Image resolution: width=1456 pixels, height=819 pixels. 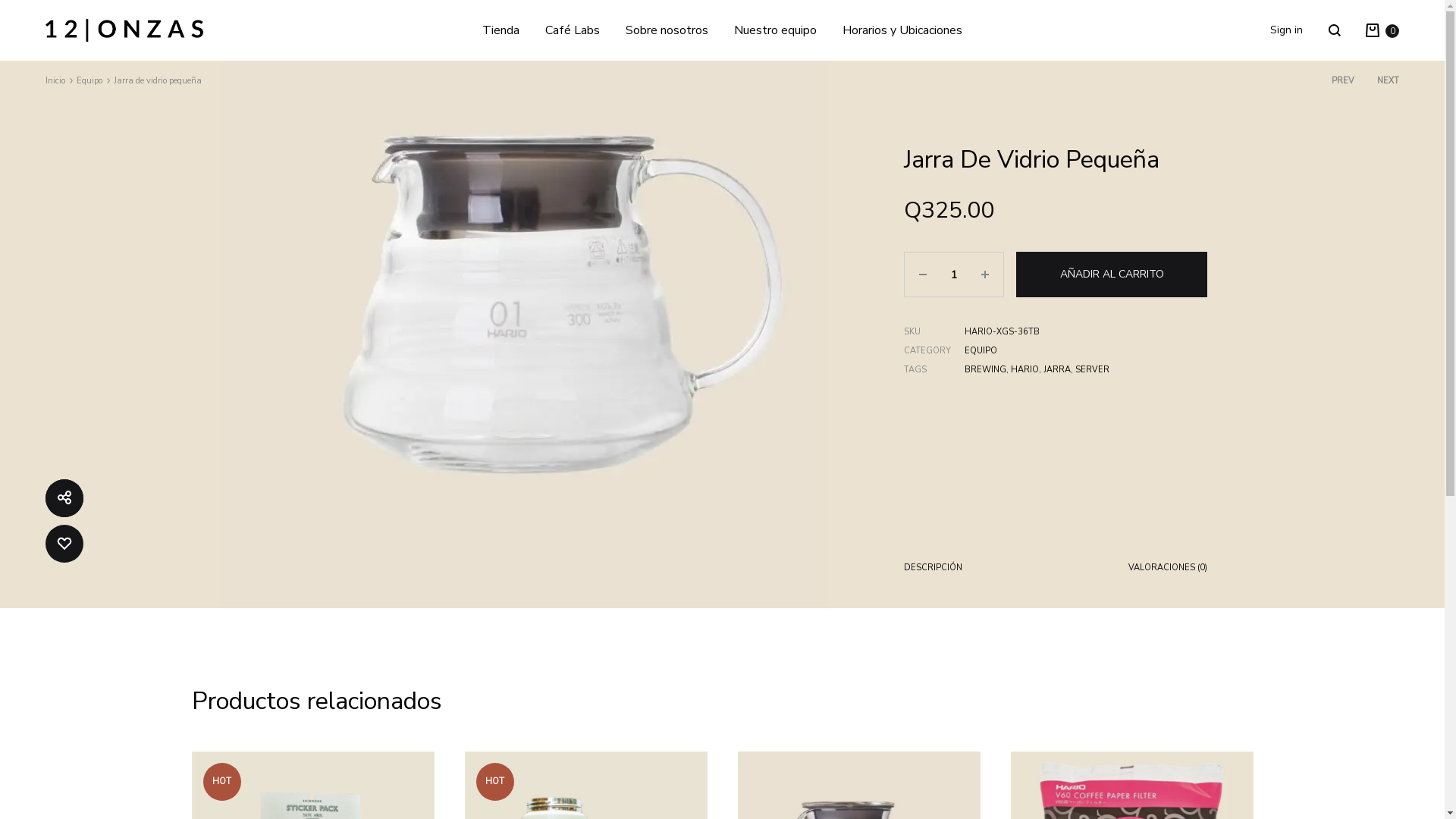 I want to click on 'SERVER', so click(x=1074, y=369).